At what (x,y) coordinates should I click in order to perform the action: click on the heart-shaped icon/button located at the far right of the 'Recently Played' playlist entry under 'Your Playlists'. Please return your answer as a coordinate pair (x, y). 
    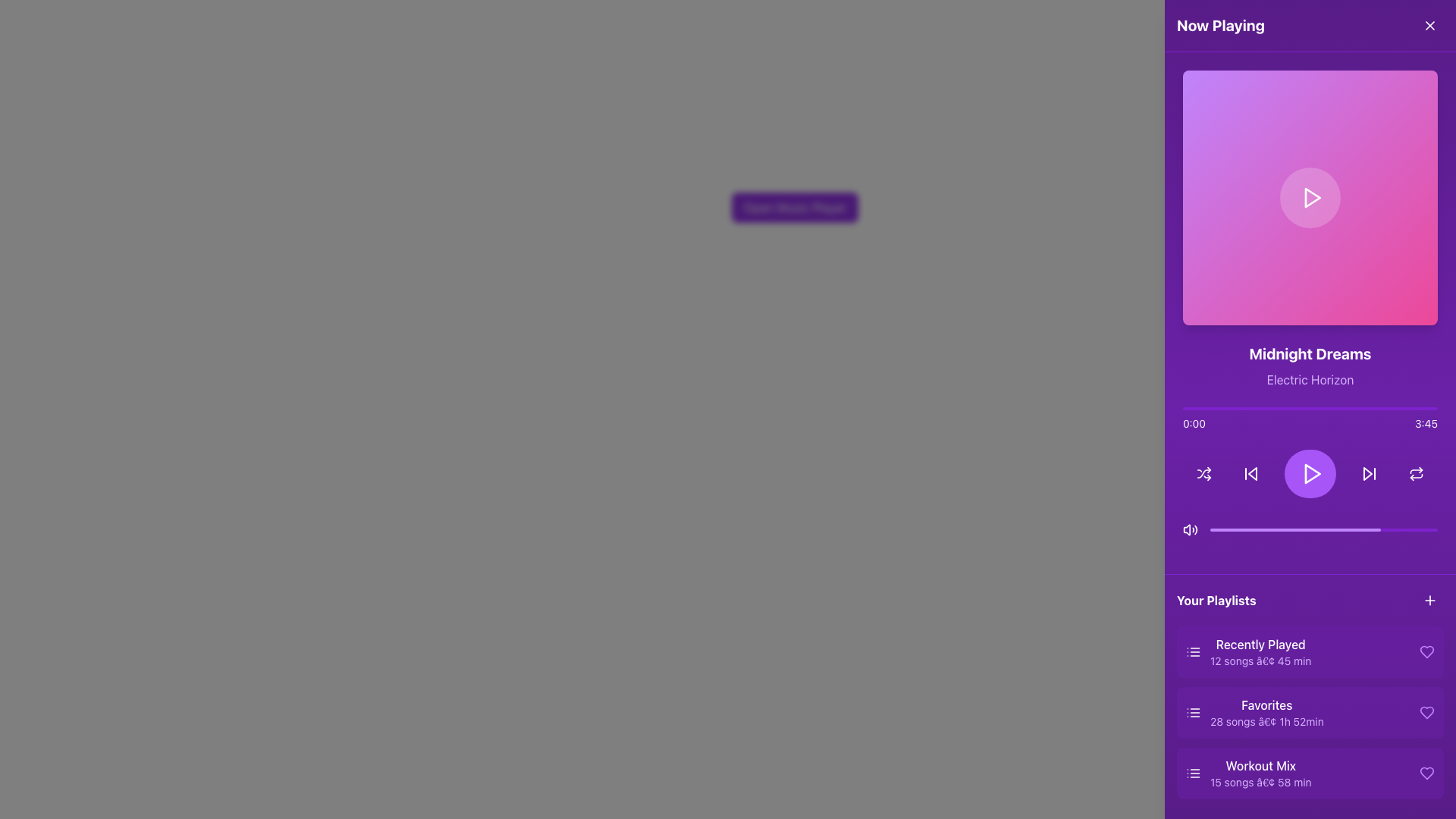
    Looking at the image, I should click on (1426, 651).